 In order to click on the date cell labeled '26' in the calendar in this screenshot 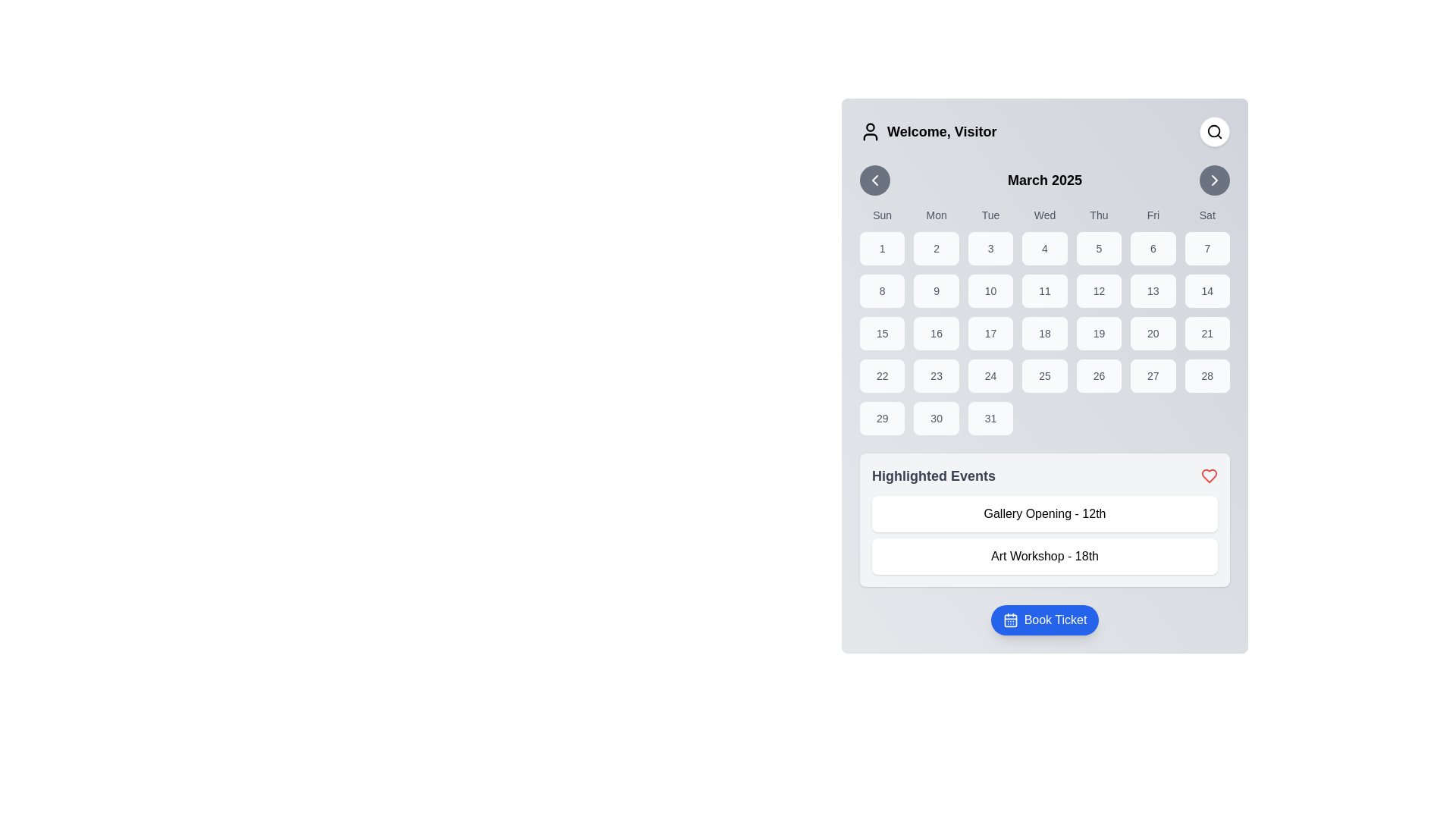, I will do `click(1099, 375)`.